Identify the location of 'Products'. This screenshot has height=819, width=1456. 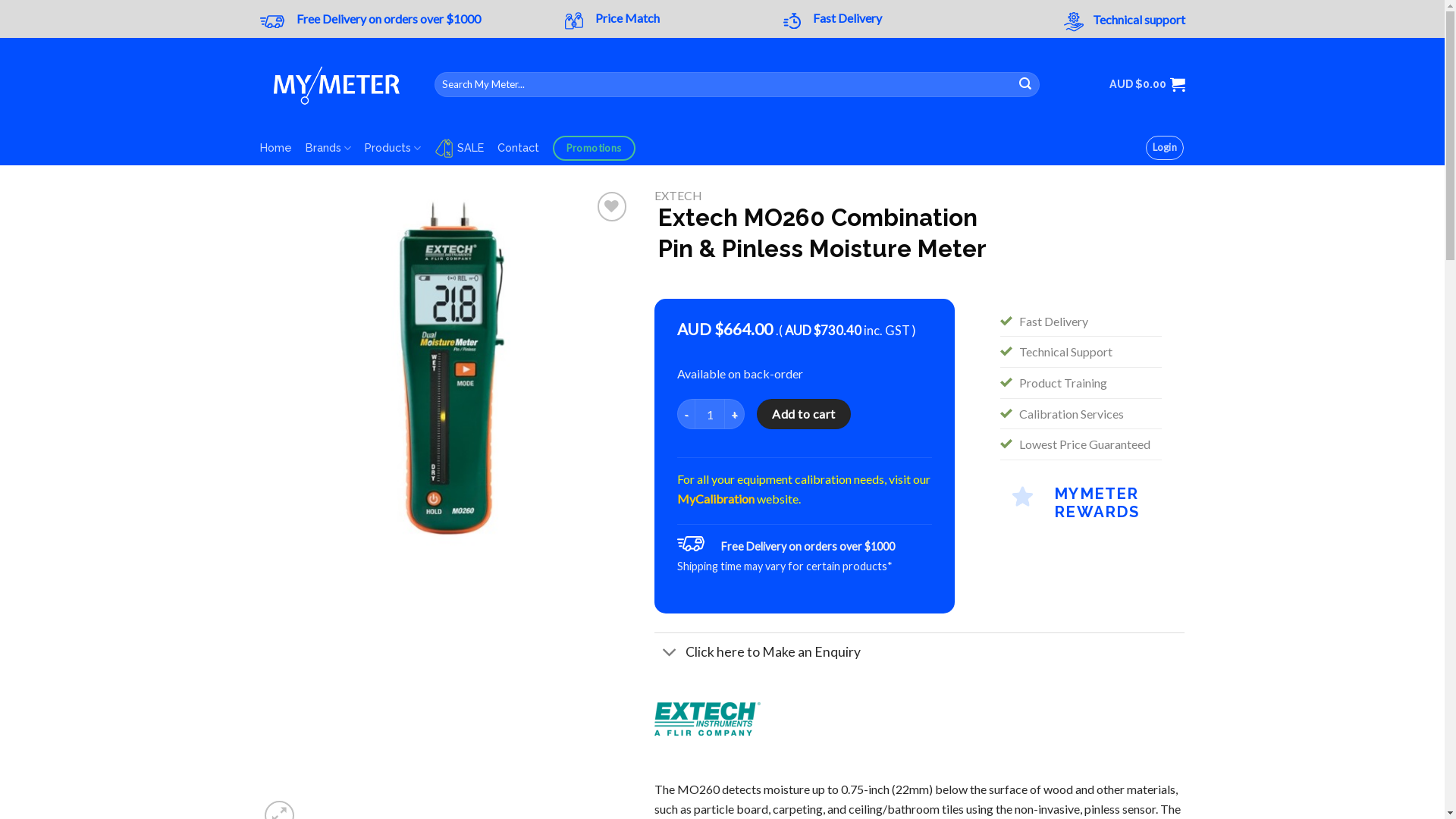
(393, 148).